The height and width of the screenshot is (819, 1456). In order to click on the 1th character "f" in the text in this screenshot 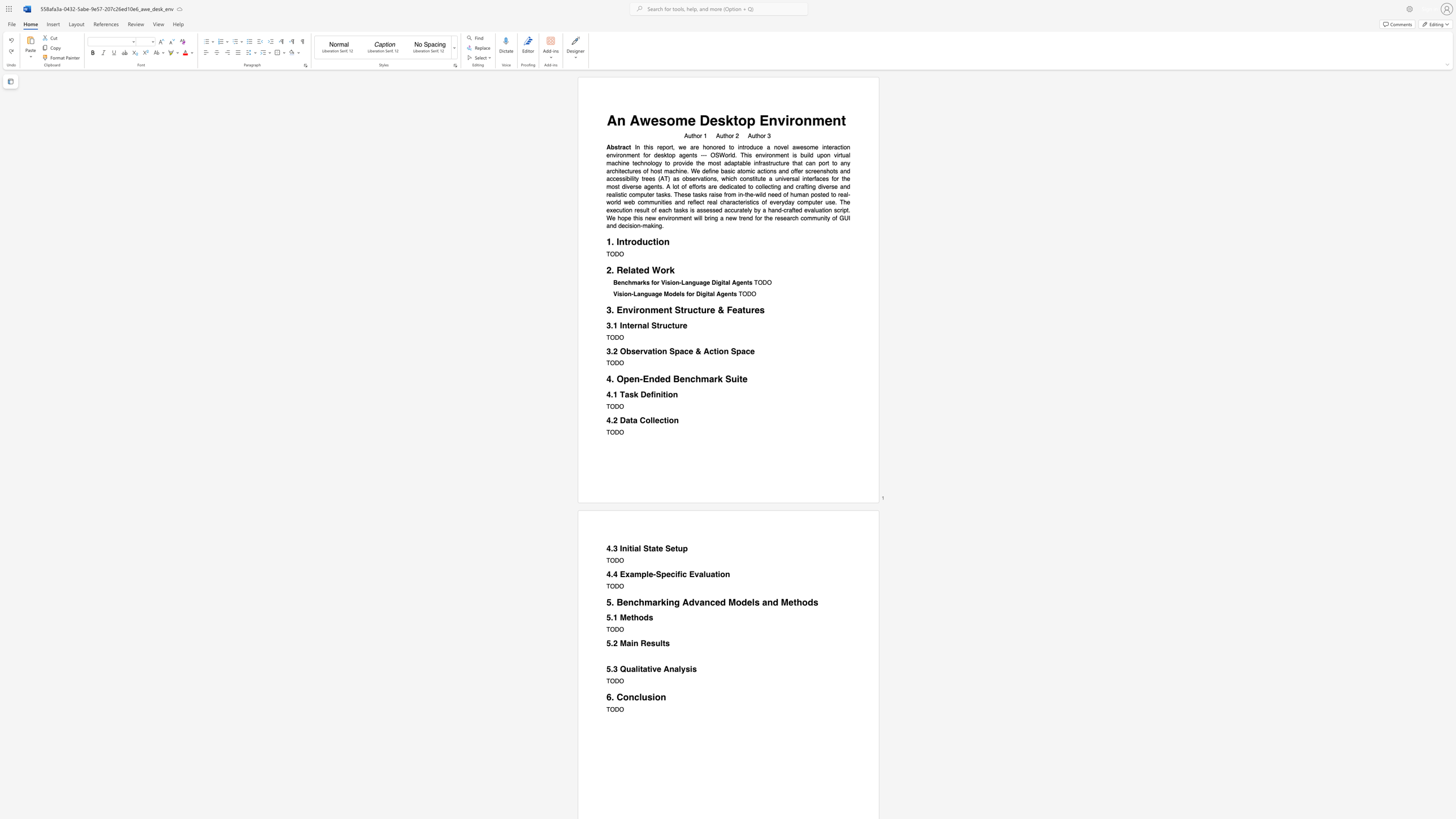, I will do `click(652, 394)`.